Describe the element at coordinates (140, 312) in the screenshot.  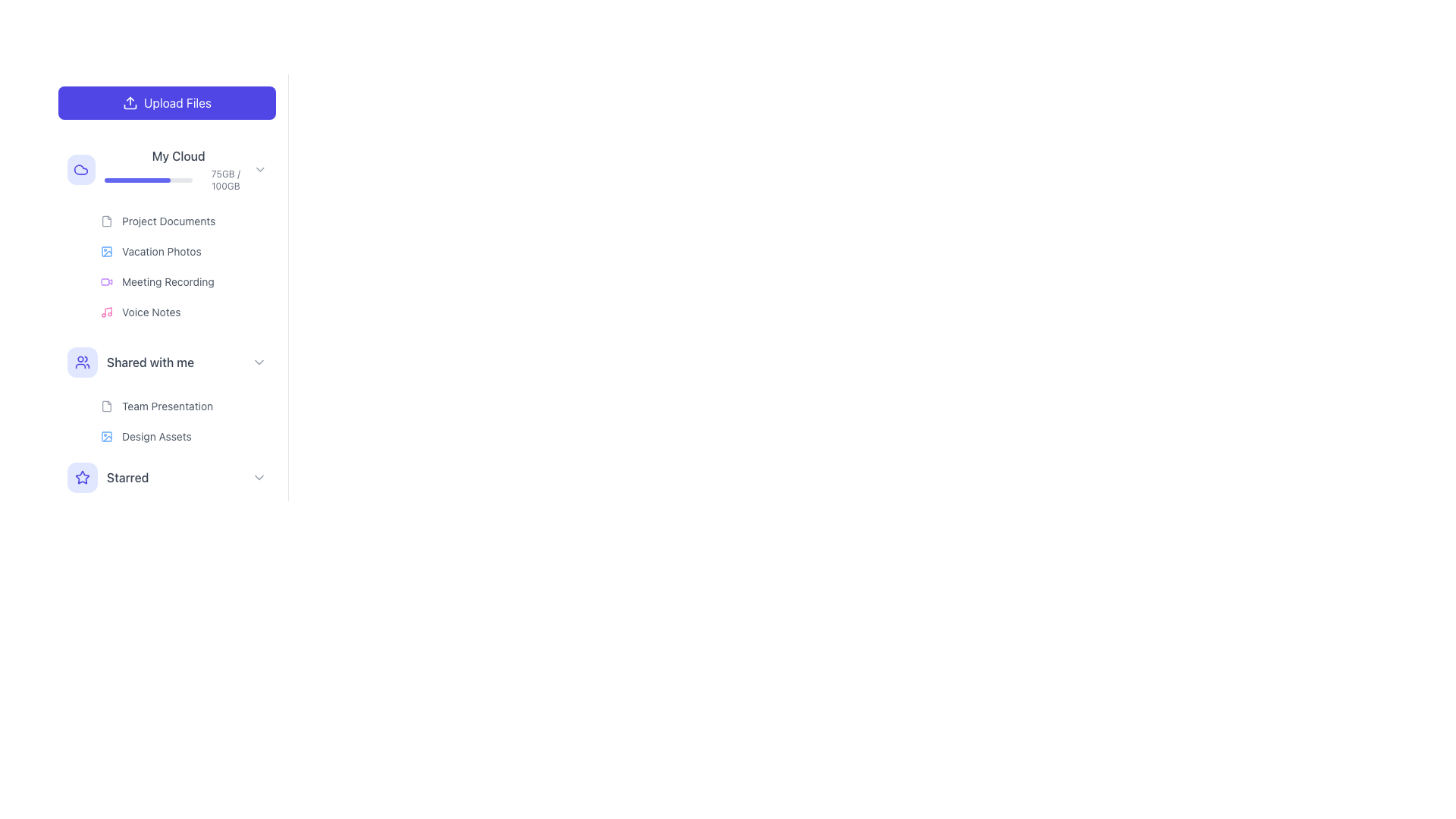
I see `to select the 'Voice Notes' folder or file category located in the 'My Cloud' section, which is the fourth item in the vertical list` at that location.